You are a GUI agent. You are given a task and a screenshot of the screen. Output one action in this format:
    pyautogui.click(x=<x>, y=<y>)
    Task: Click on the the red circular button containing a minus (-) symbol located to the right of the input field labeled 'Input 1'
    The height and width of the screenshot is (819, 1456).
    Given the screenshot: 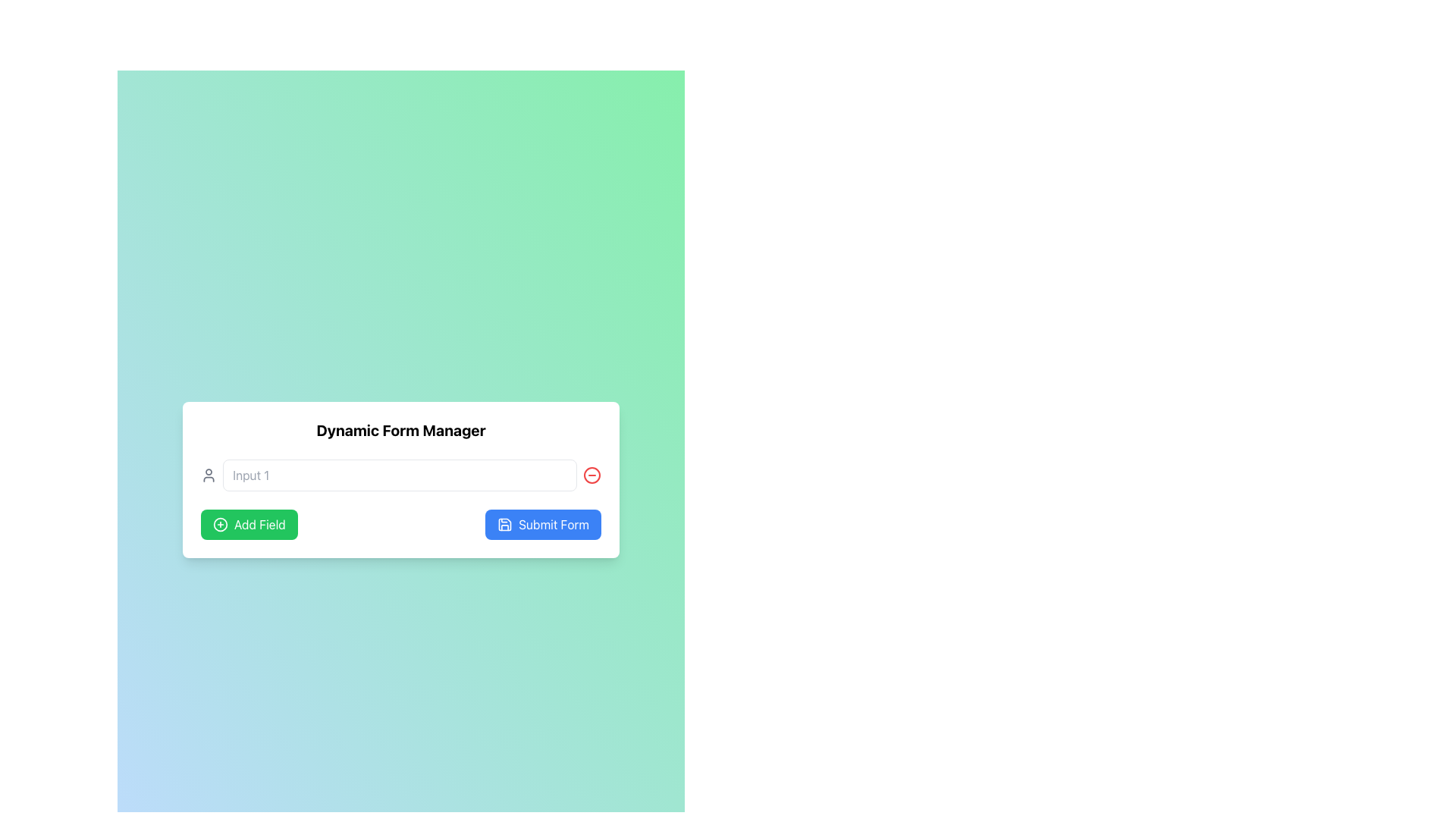 What is the action you would take?
    pyautogui.click(x=591, y=475)
    